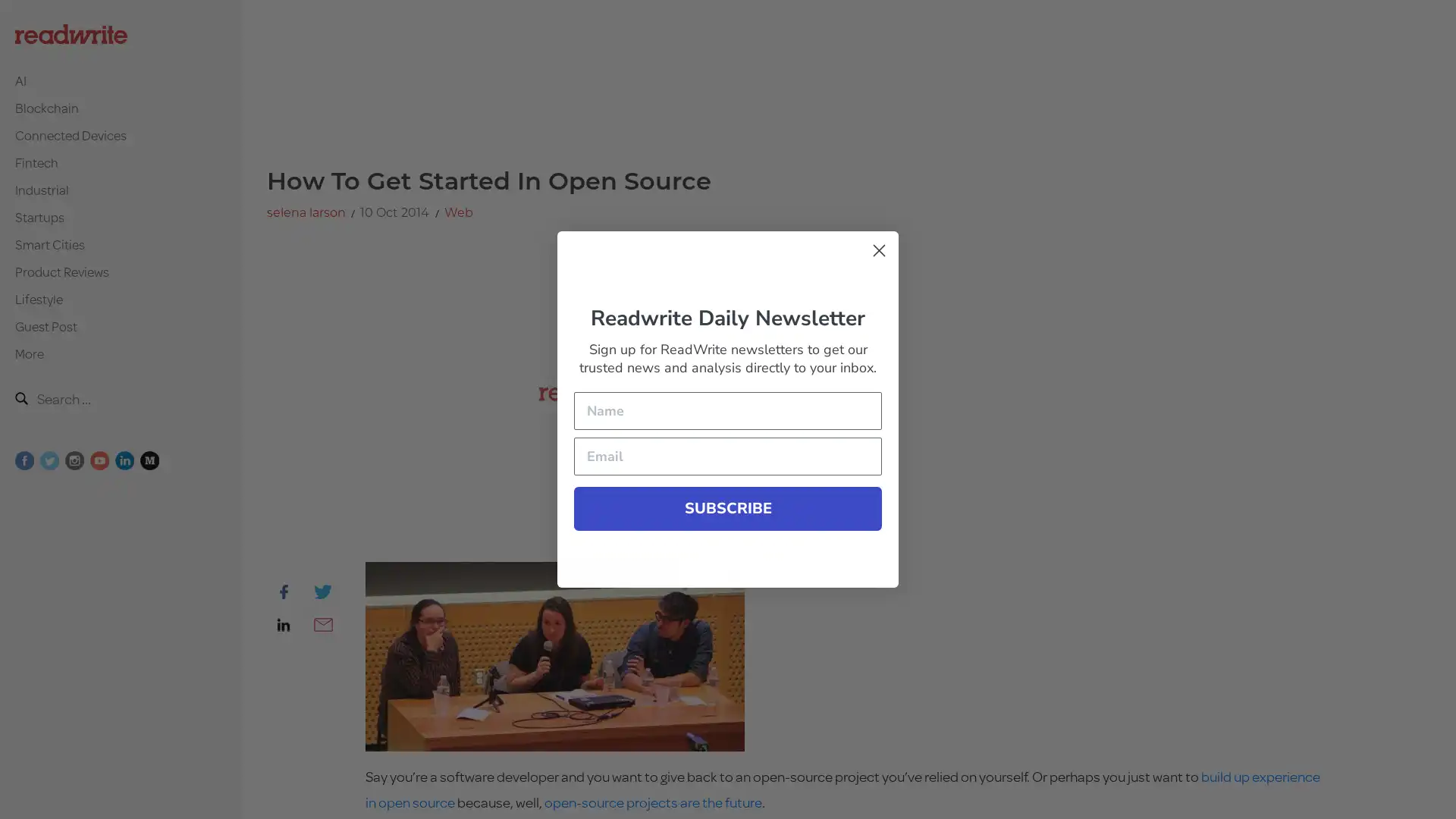 The width and height of the screenshot is (1456, 819). I want to click on Close form, so click(879, 249).